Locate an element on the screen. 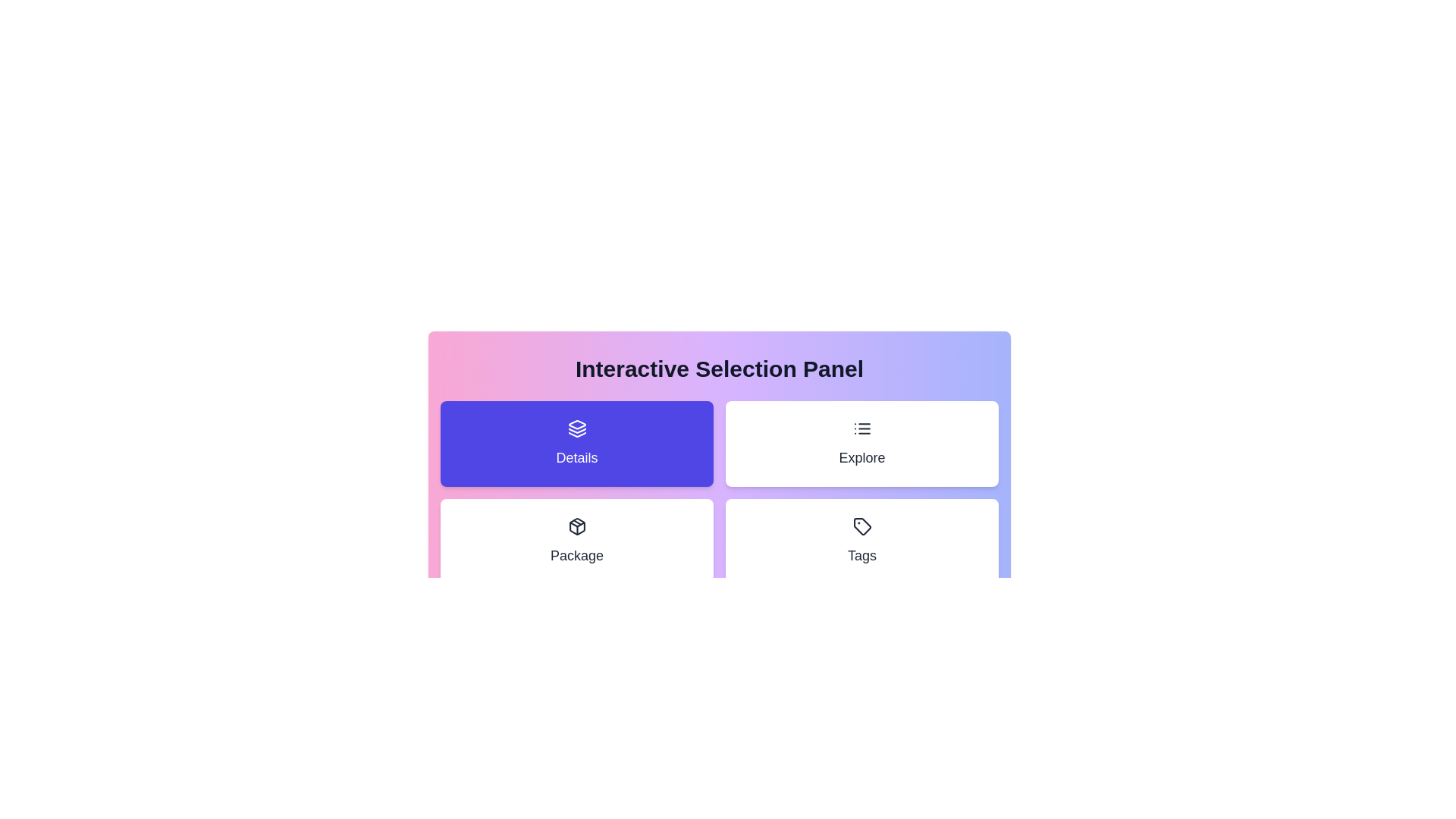 The image size is (1456, 819). the package icon located in the lower left card of the four-card grid, which is outlined in dark color and styled on a light background is located at coordinates (576, 526).